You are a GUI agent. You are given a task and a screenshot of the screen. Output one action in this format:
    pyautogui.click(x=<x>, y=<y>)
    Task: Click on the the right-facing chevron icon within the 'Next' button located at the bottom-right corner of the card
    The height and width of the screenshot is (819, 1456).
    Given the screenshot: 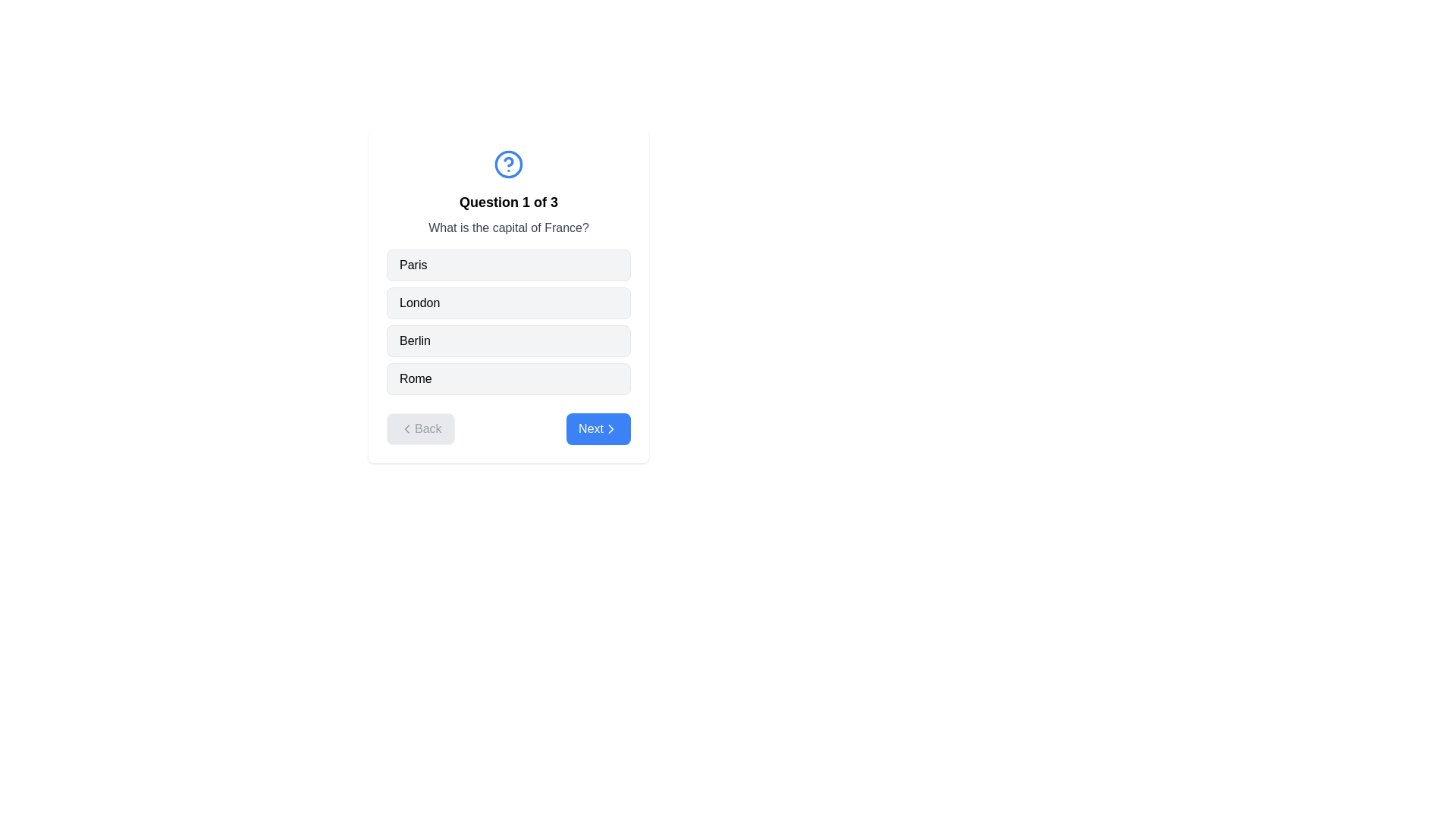 What is the action you would take?
    pyautogui.click(x=611, y=429)
    